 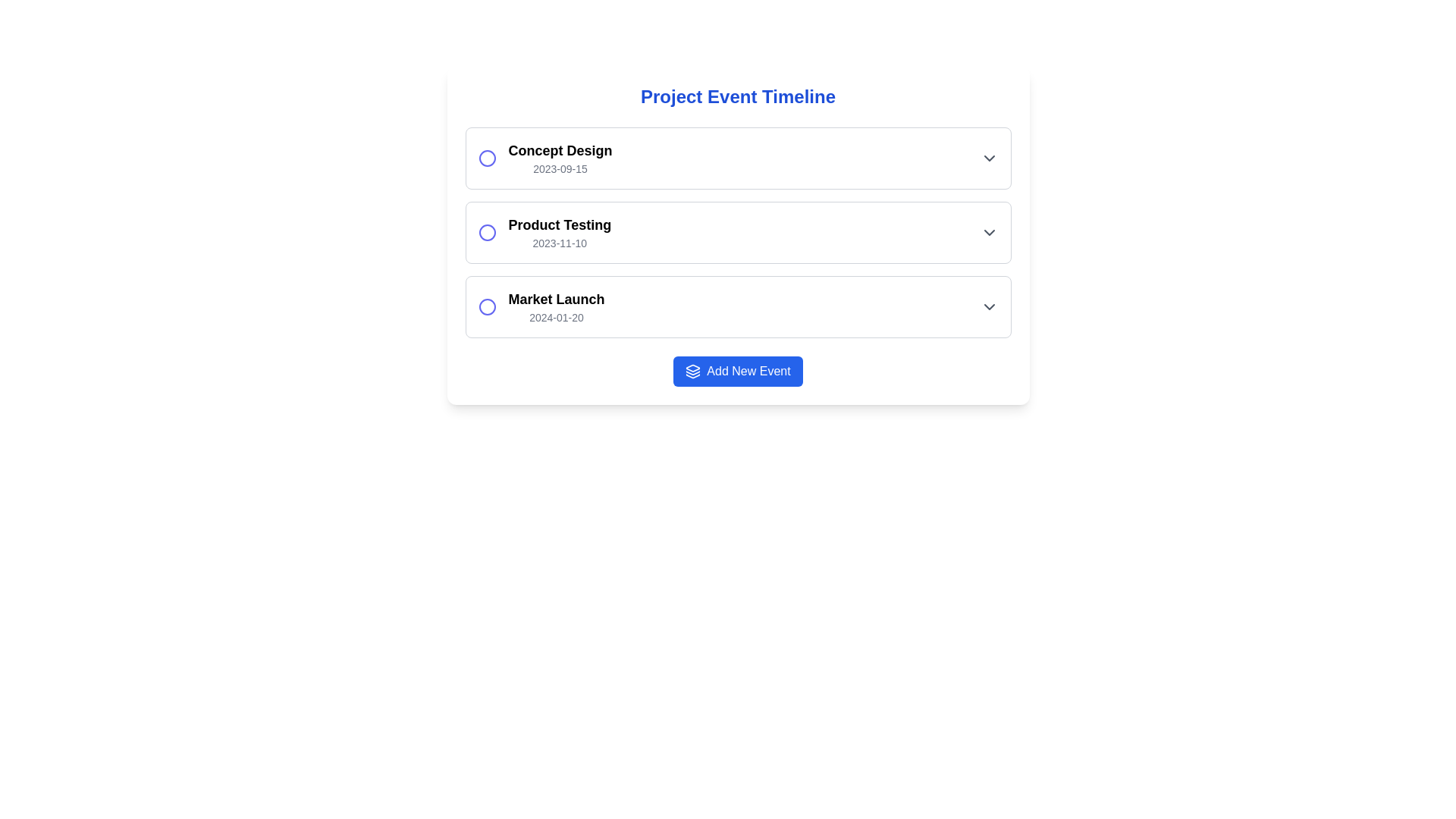 What do you see at coordinates (560, 151) in the screenshot?
I see `the text label reading 'Concept Design', which is styled in a bold, large font and is located to the right of a circular radio button in the 'Project Event Timeline' interface` at bounding box center [560, 151].